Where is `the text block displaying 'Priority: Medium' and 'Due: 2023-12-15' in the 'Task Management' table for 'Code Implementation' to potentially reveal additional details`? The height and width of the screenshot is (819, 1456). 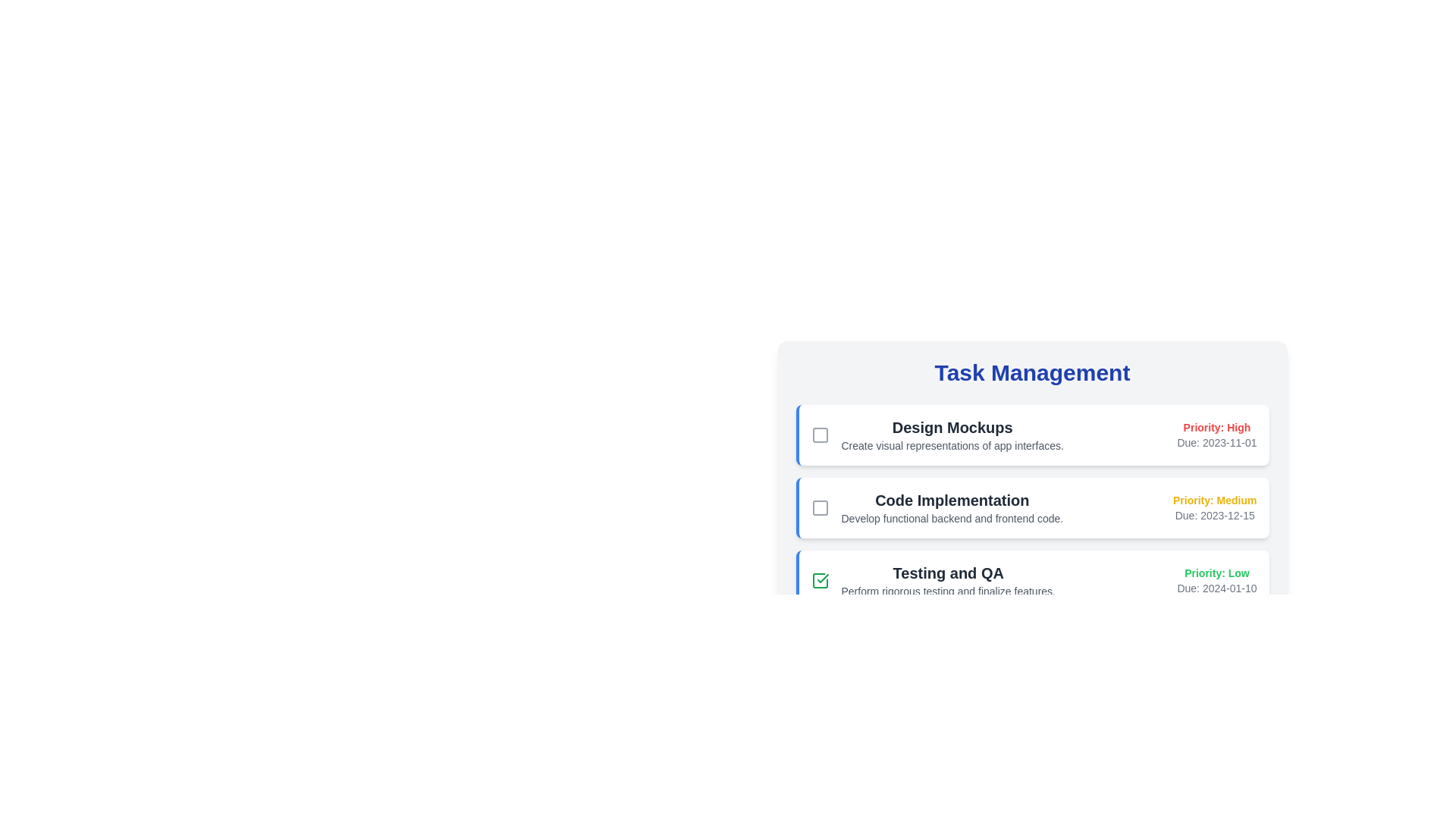 the text block displaying 'Priority: Medium' and 'Due: 2023-12-15' in the 'Task Management' table for 'Code Implementation' to potentially reveal additional details is located at coordinates (1215, 508).